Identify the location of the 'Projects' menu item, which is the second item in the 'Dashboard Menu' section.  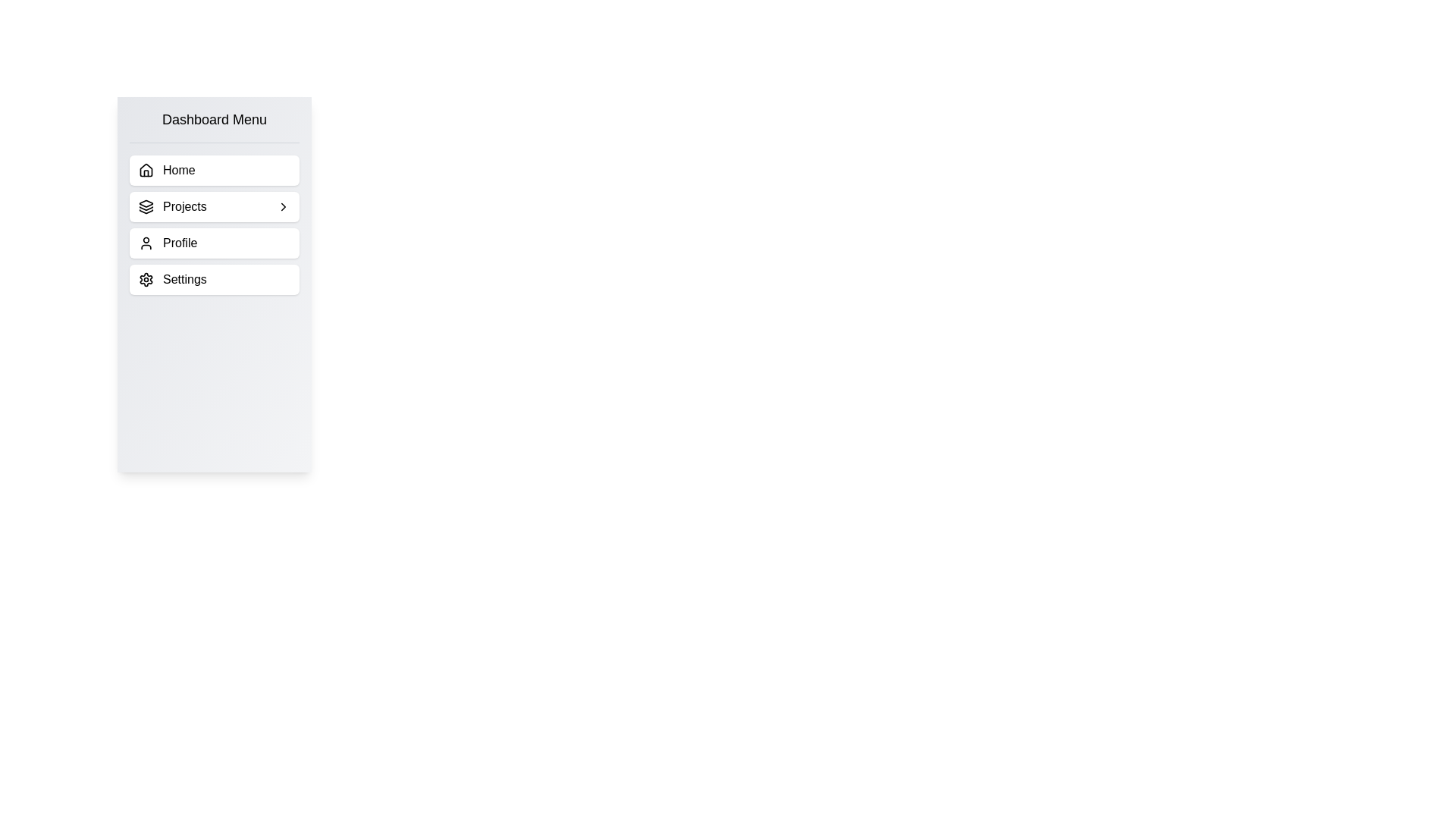
(214, 207).